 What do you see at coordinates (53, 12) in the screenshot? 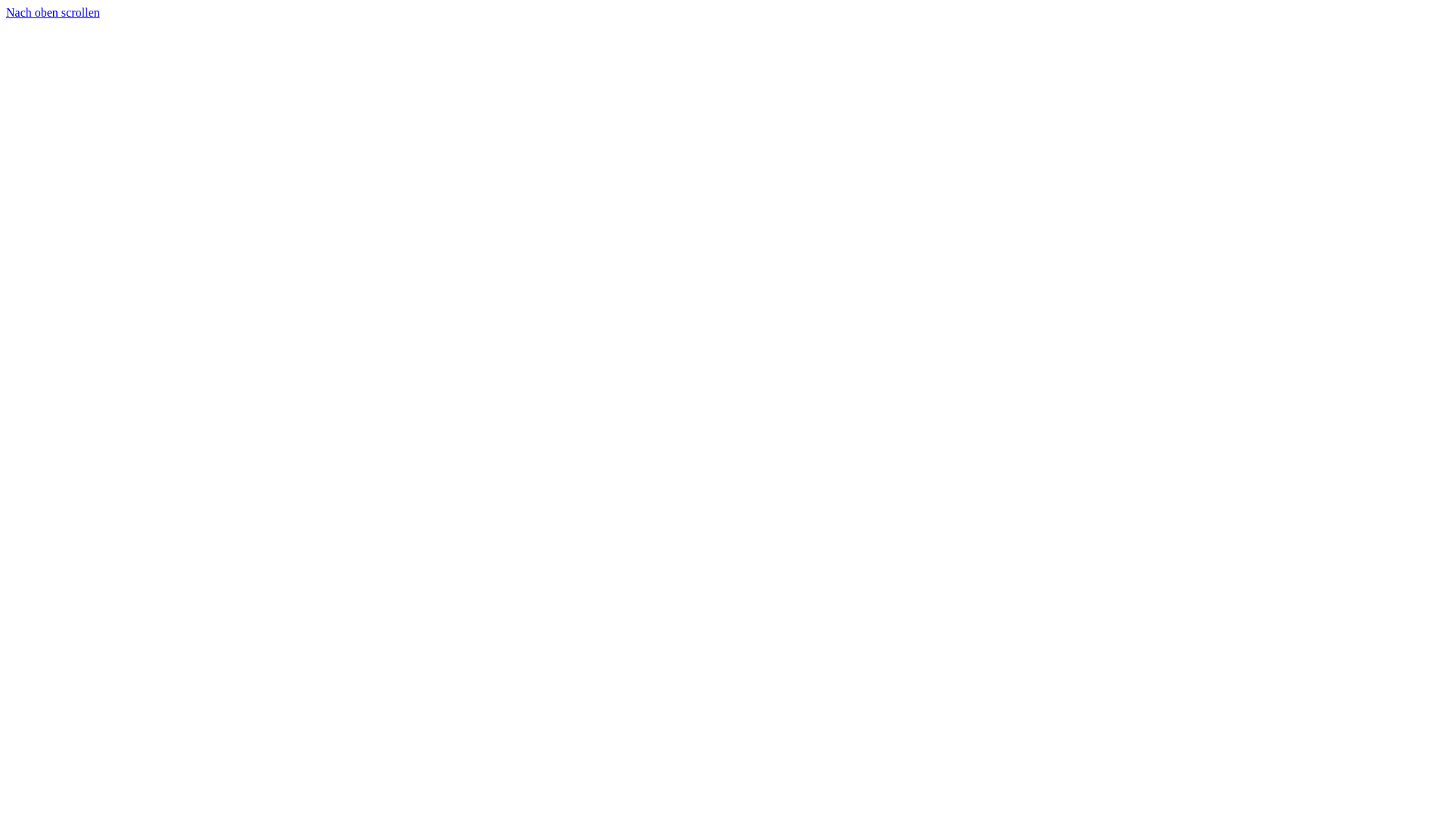
I see `'Nach oben scrollen'` at bounding box center [53, 12].